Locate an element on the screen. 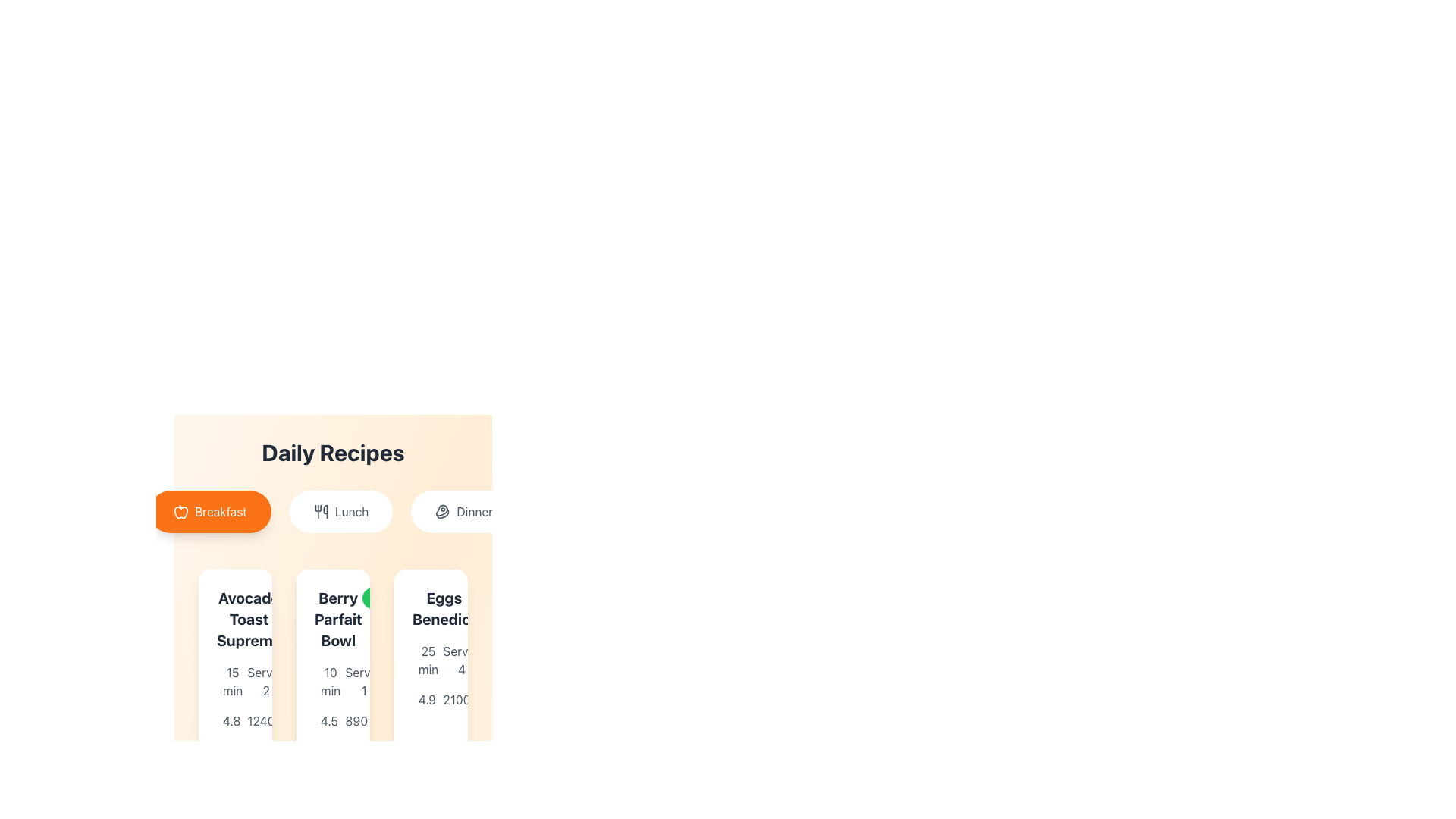 The image size is (1456, 819). recipe details displayed in the 'Daily Recipes' section, which includes meal cards for 'Avocado Toast Supreme', 'Berry Parfait Bowl', and 'Eggs Benedict' is located at coordinates (332, 601).